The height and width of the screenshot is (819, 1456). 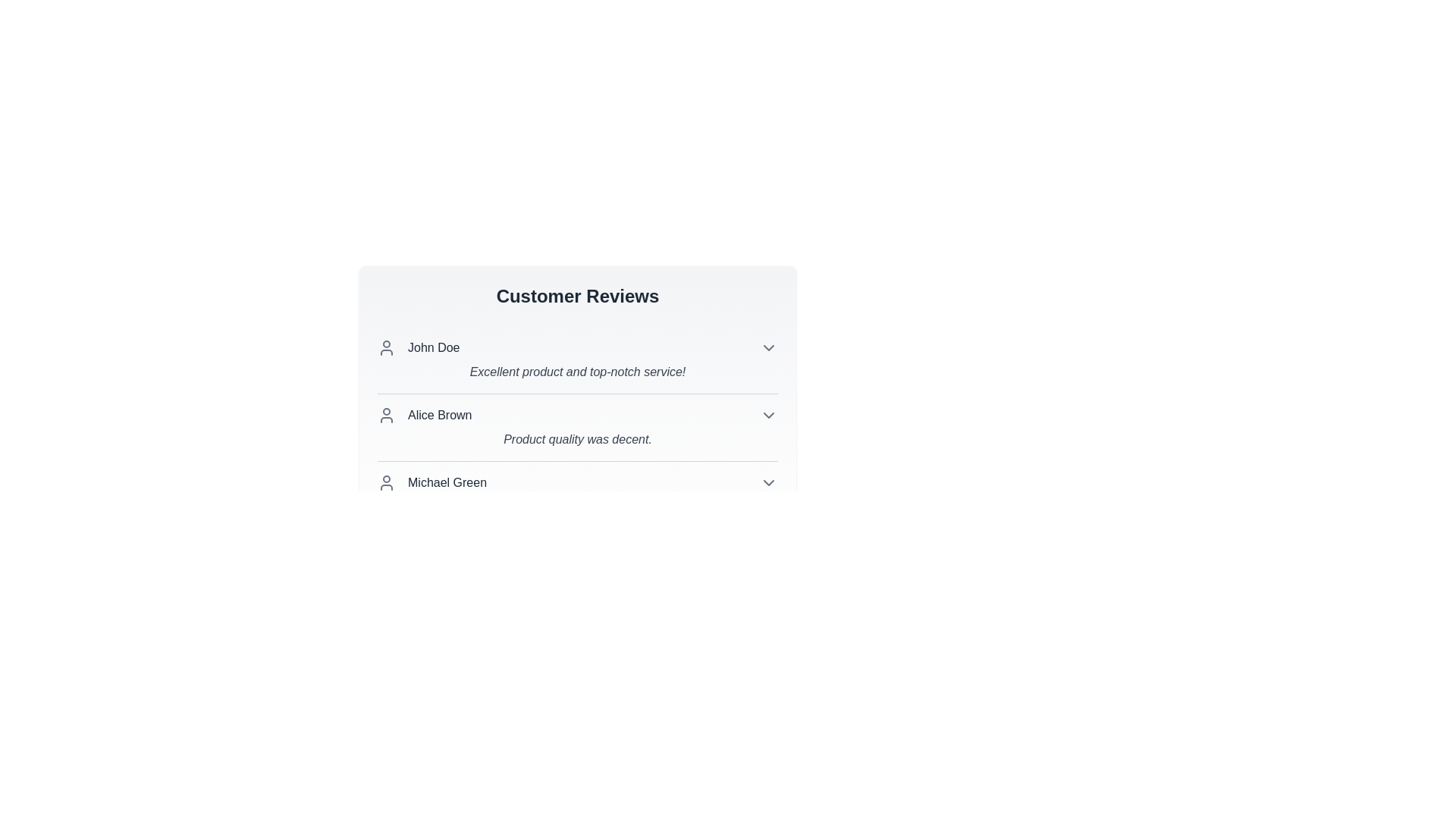 I want to click on the chevron icon to expand or collapse the review details for Alice Brown, so click(x=768, y=415).